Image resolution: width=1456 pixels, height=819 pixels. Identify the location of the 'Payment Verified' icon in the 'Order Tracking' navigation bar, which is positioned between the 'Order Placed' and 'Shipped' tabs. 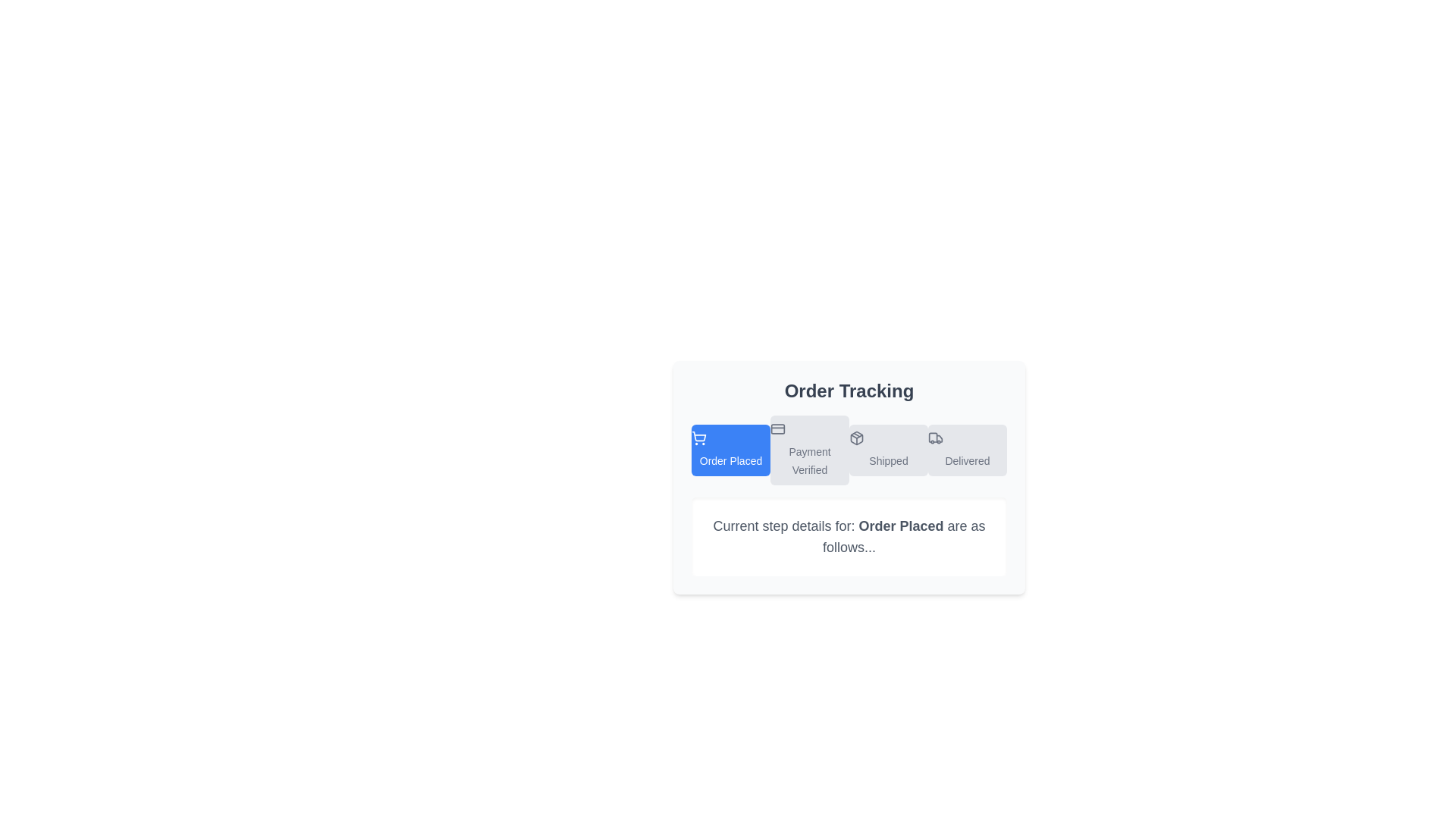
(778, 429).